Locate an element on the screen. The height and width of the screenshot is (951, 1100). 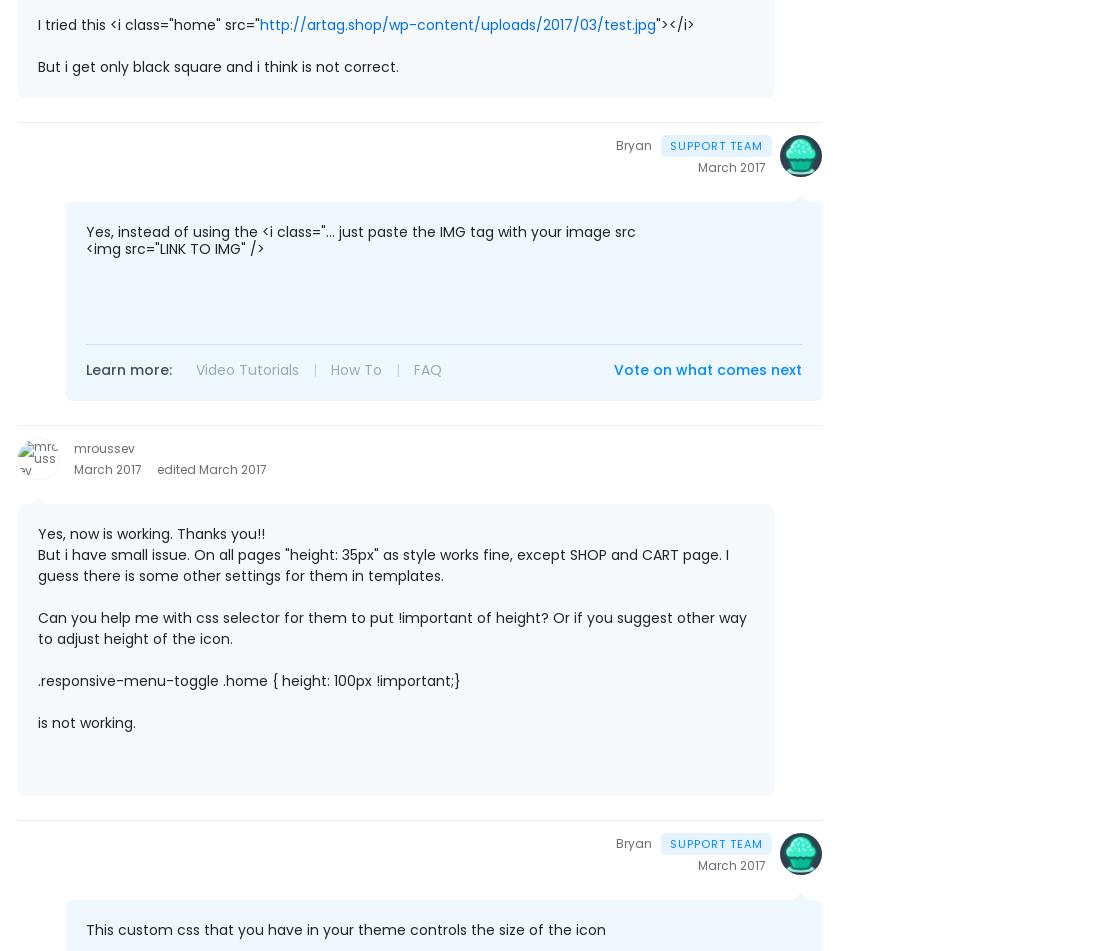
'I tried this <i class="home" src="' is located at coordinates (148, 23).